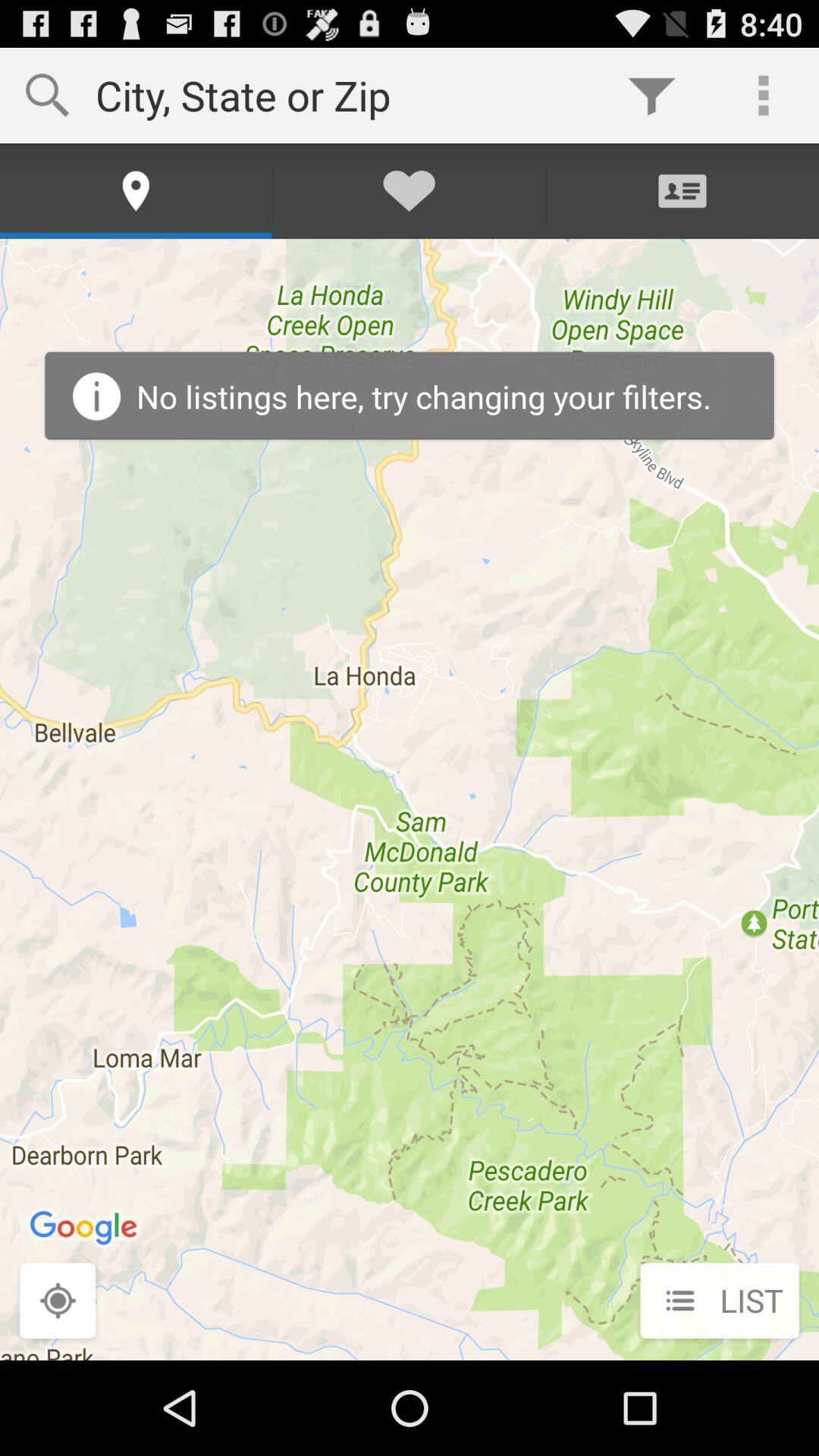 This screenshot has height=1456, width=819. Describe the element at coordinates (57, 1394) in the screenshot. I see `the location_crosshair icon` at that location.